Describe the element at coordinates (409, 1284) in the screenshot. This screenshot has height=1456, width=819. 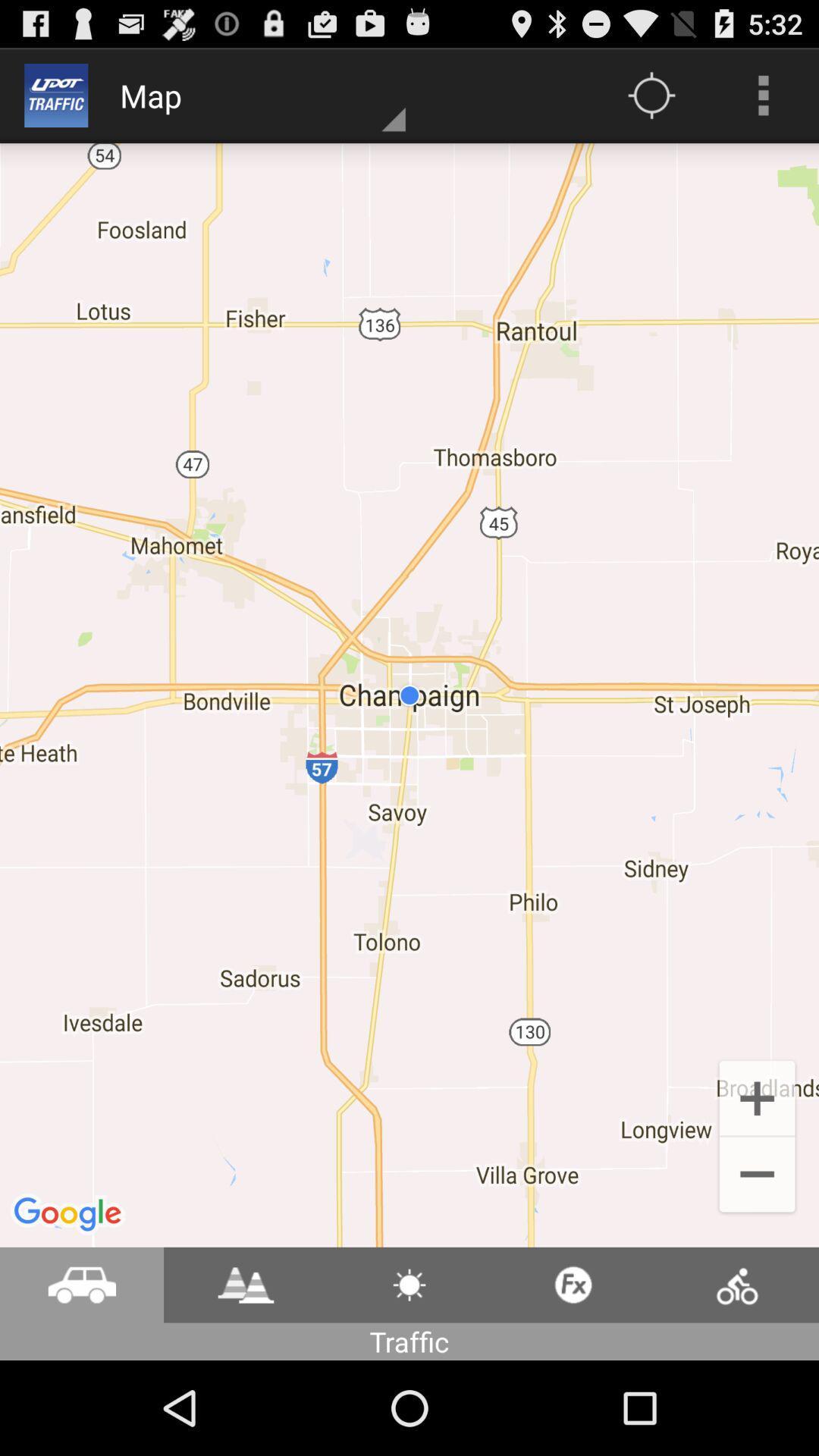
I see `find weather` at that location.